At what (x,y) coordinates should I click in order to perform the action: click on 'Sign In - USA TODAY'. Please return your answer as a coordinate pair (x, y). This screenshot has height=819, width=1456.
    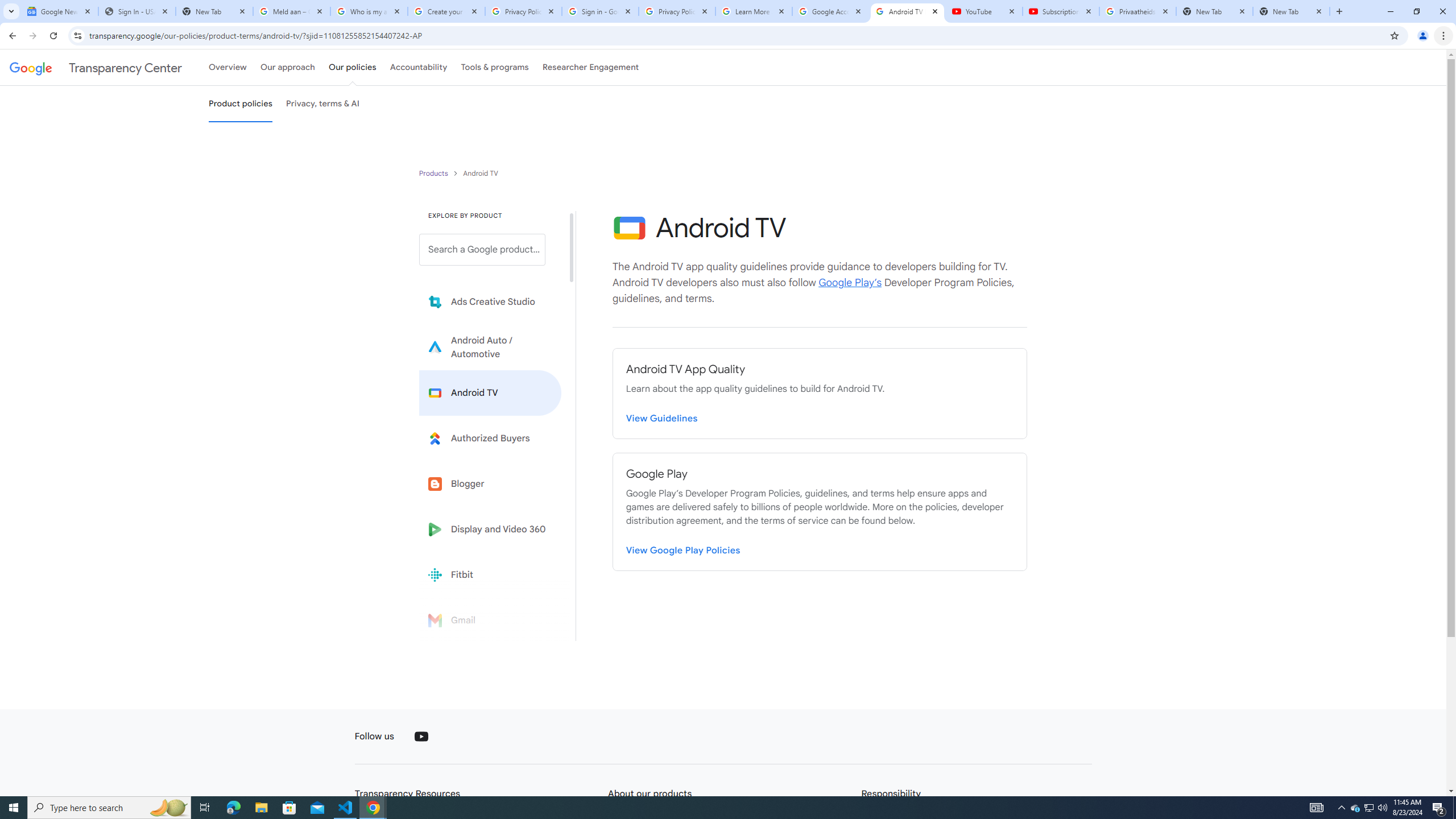
    Looking at the image, I should click on (136, 11).